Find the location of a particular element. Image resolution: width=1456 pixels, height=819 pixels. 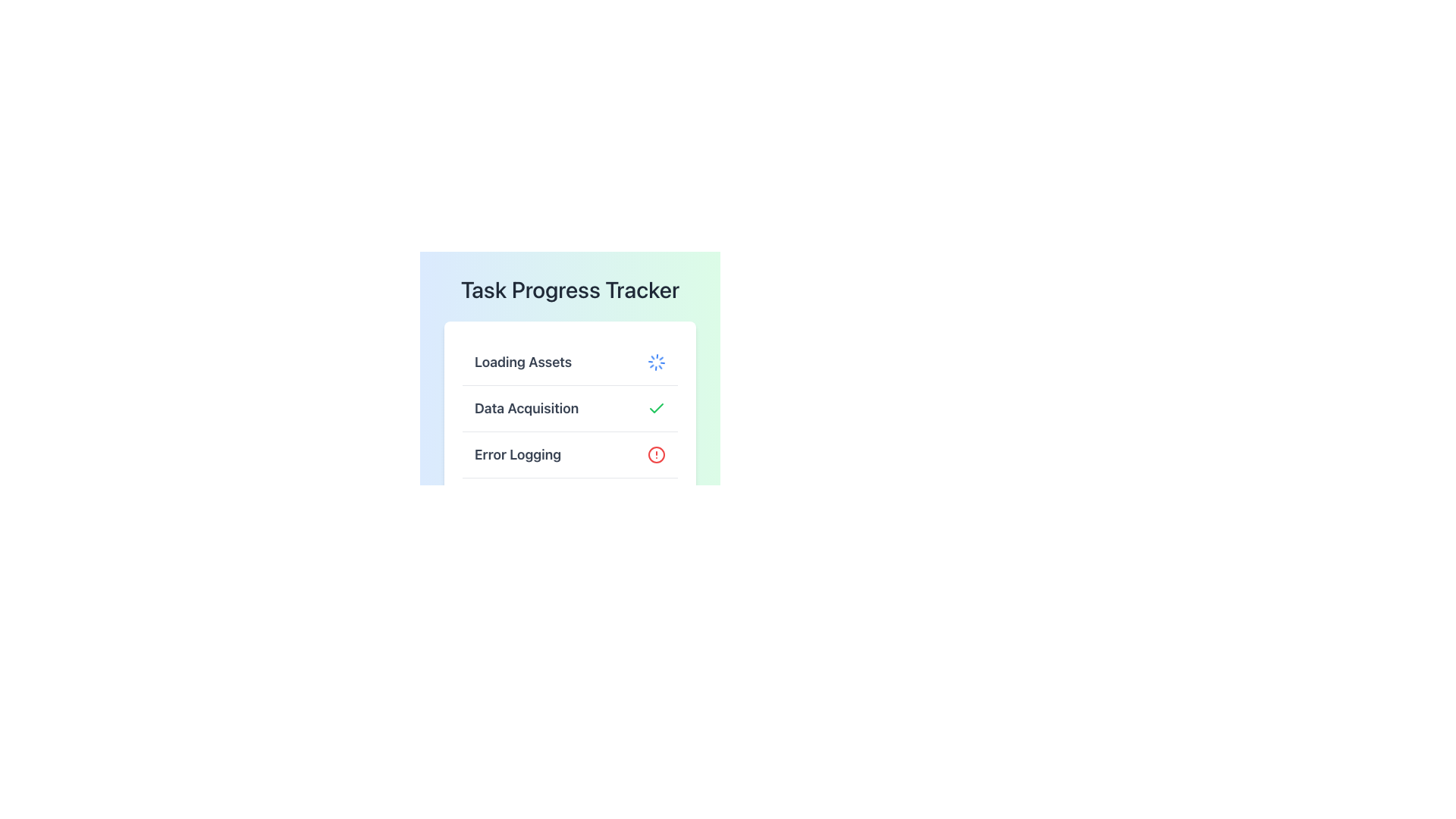

the state of the second status icon indicating successful completion of the 'Data Acquisition' task in the 'Task Progress Tracker' interface is located at coordinates (656, 407).